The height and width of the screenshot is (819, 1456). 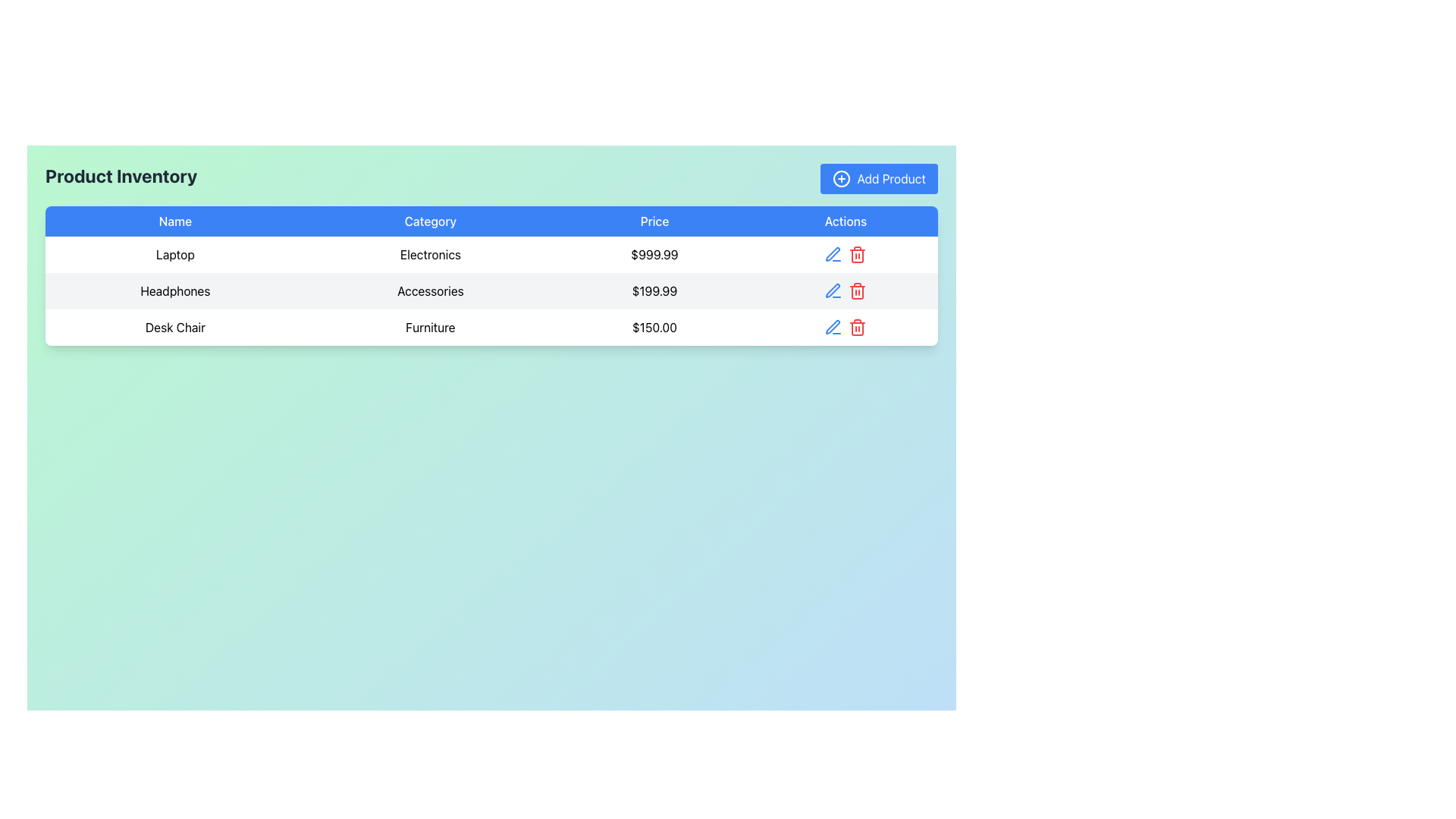 I want to click on the price label displaying the product 'Desk Chair' located in the third row of the table under the 'Price' column, so click(x=654, y=327).